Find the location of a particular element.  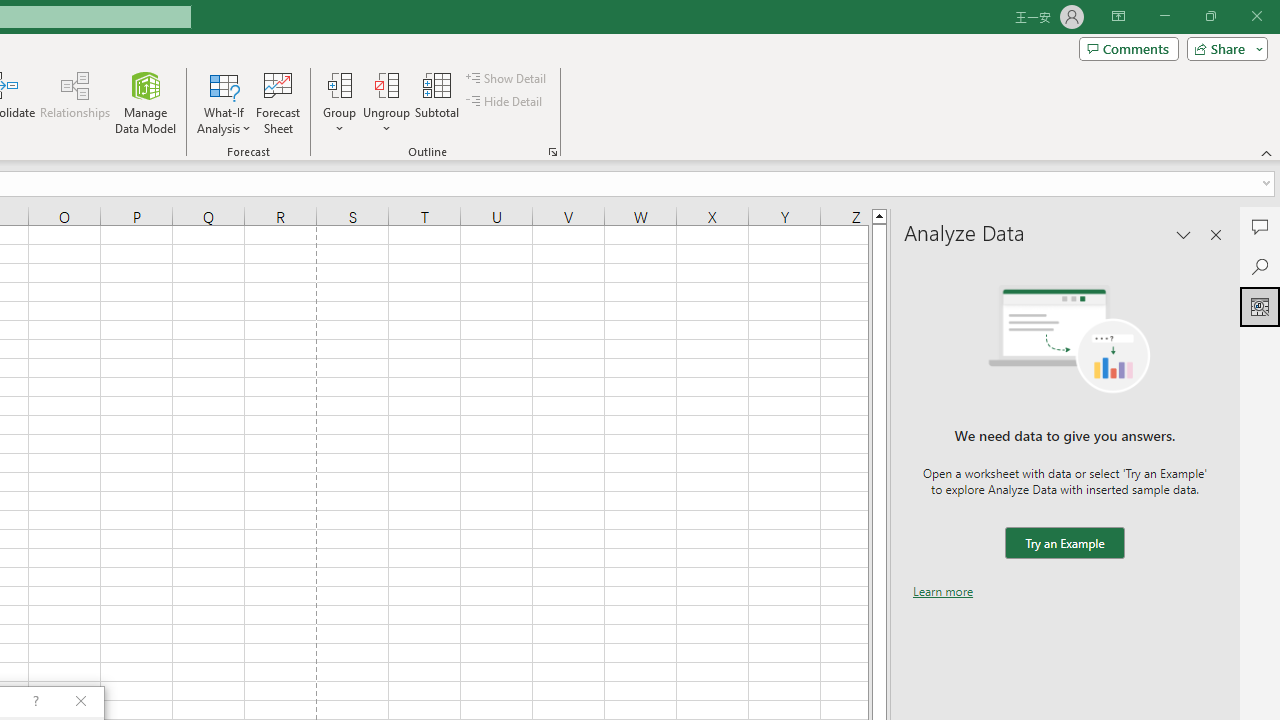

'Relationships' is located at coordinates (75, 103).